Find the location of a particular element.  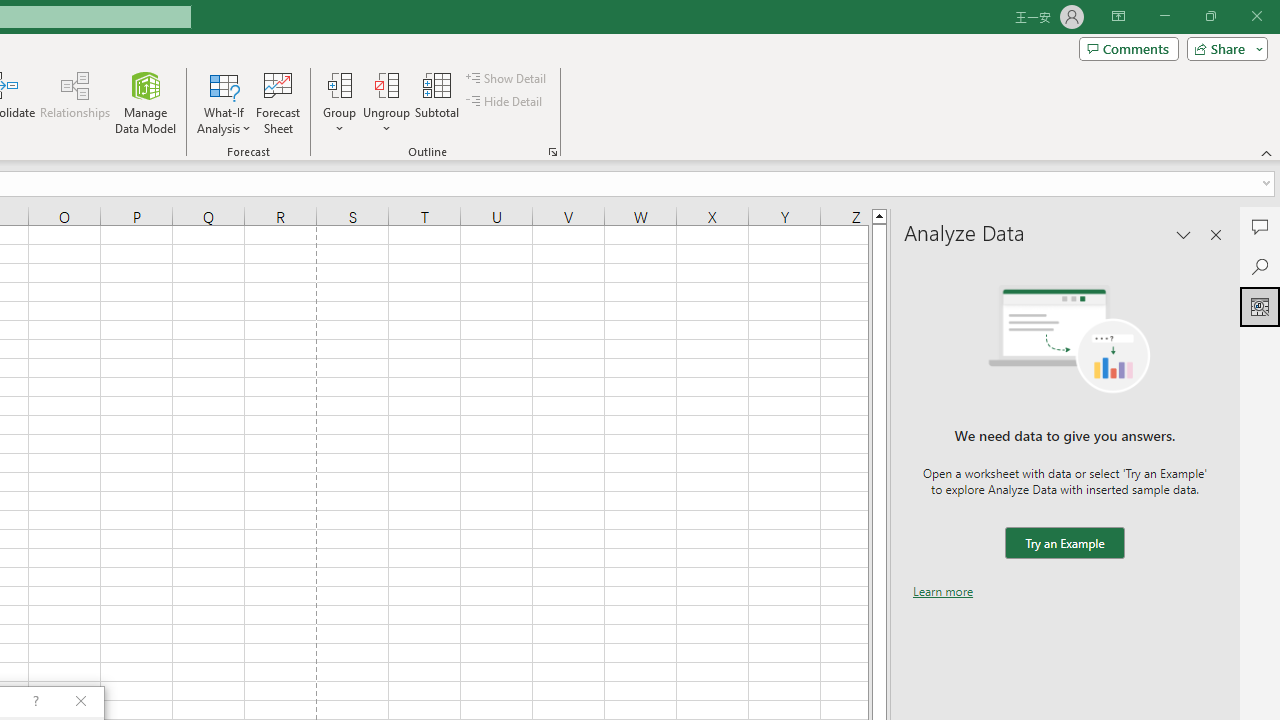

'Relationships' is located at coordinates (75, 103).